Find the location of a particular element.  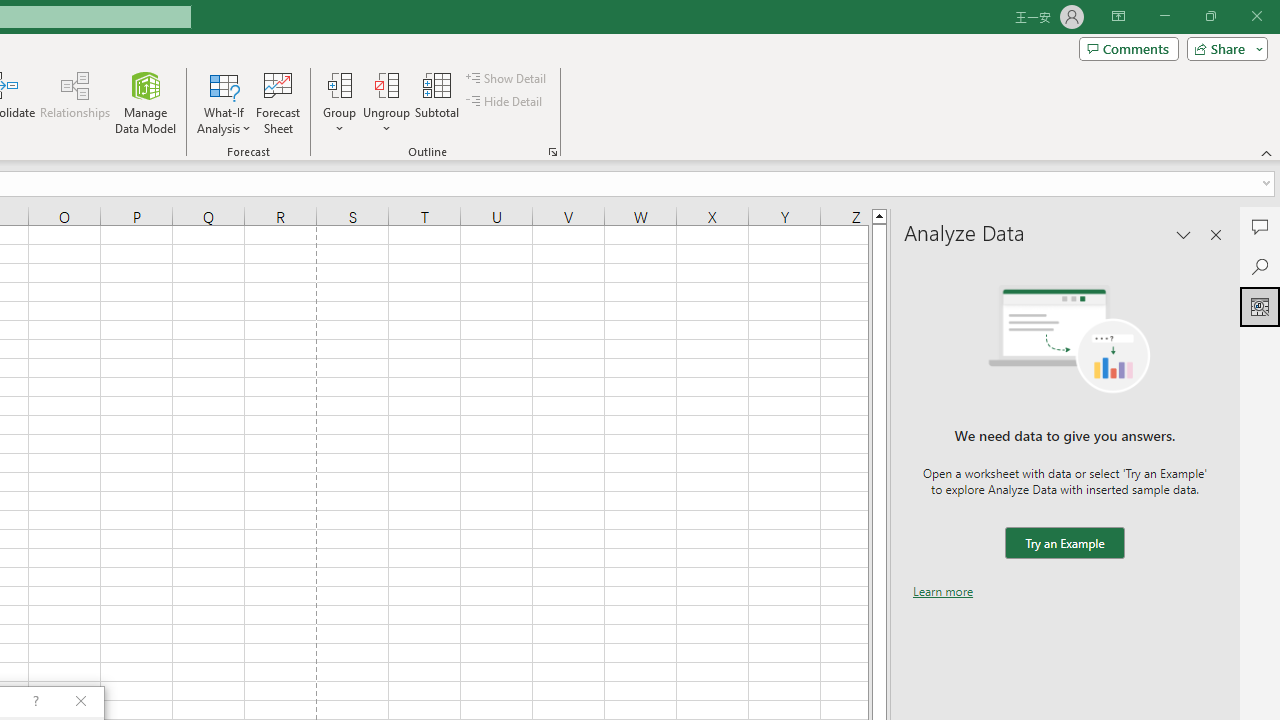

'Relationships' is located at coordinates (75, 103).